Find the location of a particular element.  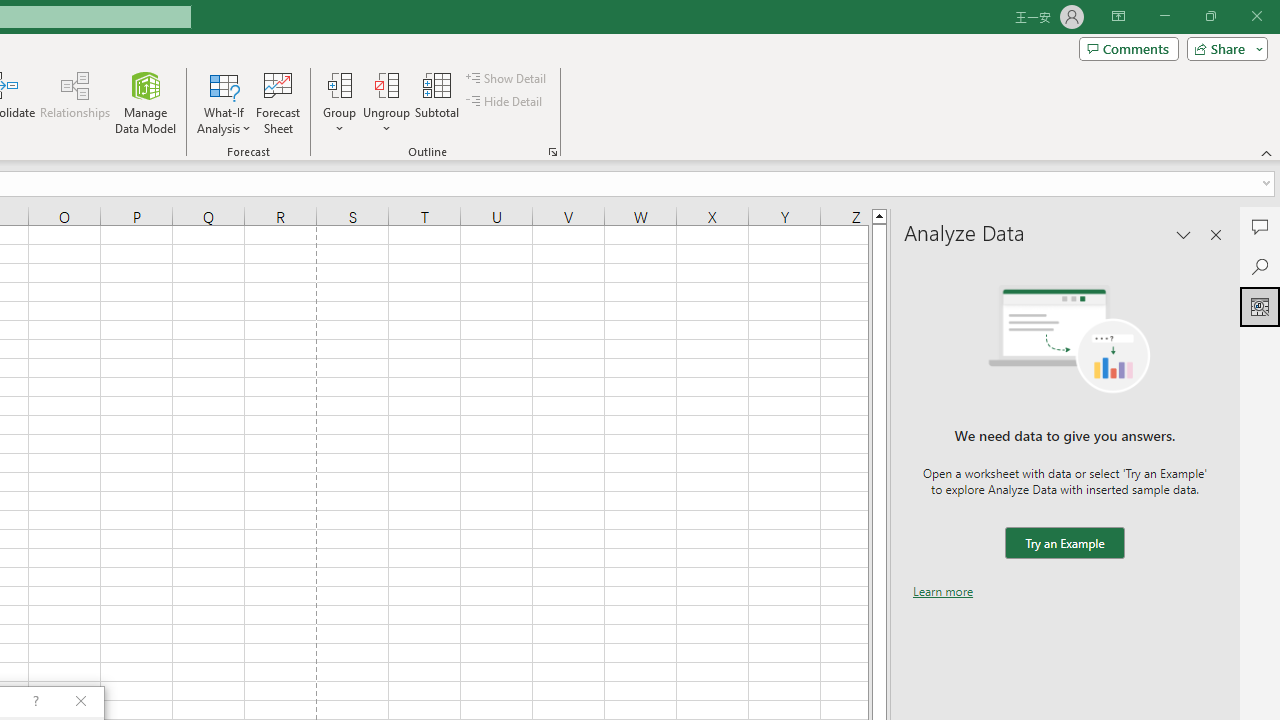

'Relationships' is located at coordinates (75, 103).